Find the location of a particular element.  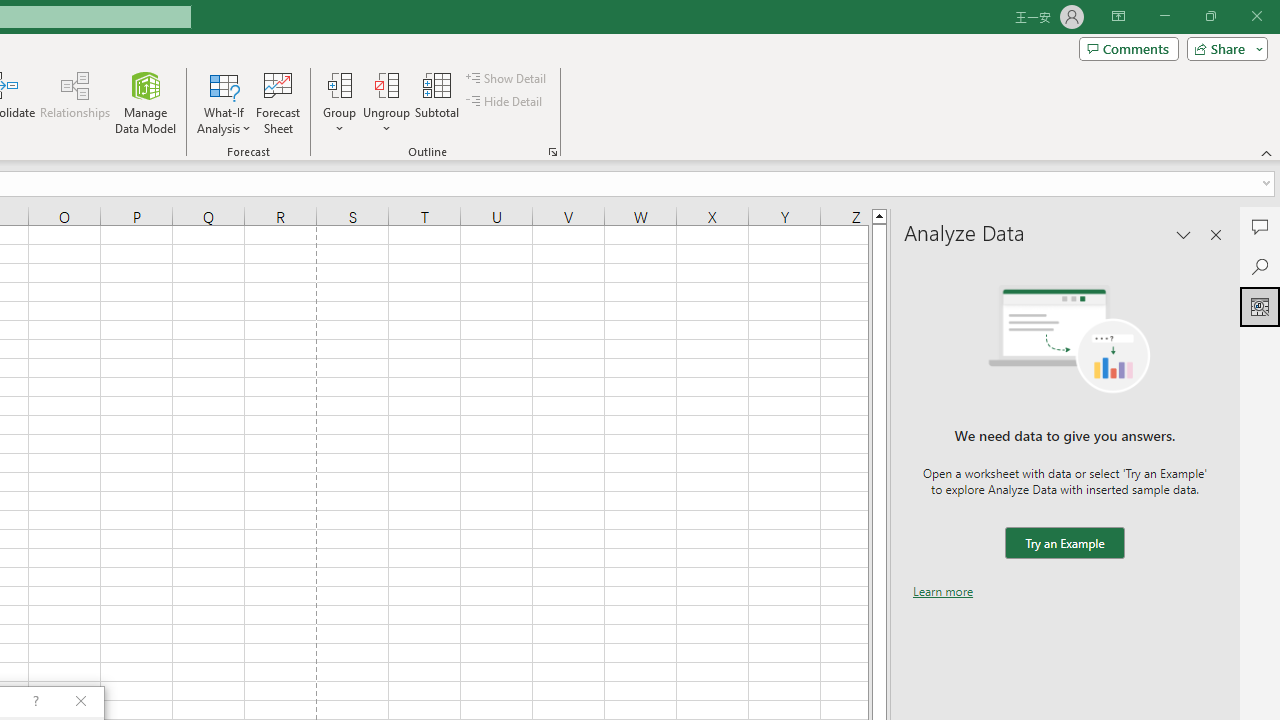

'Relationships' is located at coordinates (75, 103).